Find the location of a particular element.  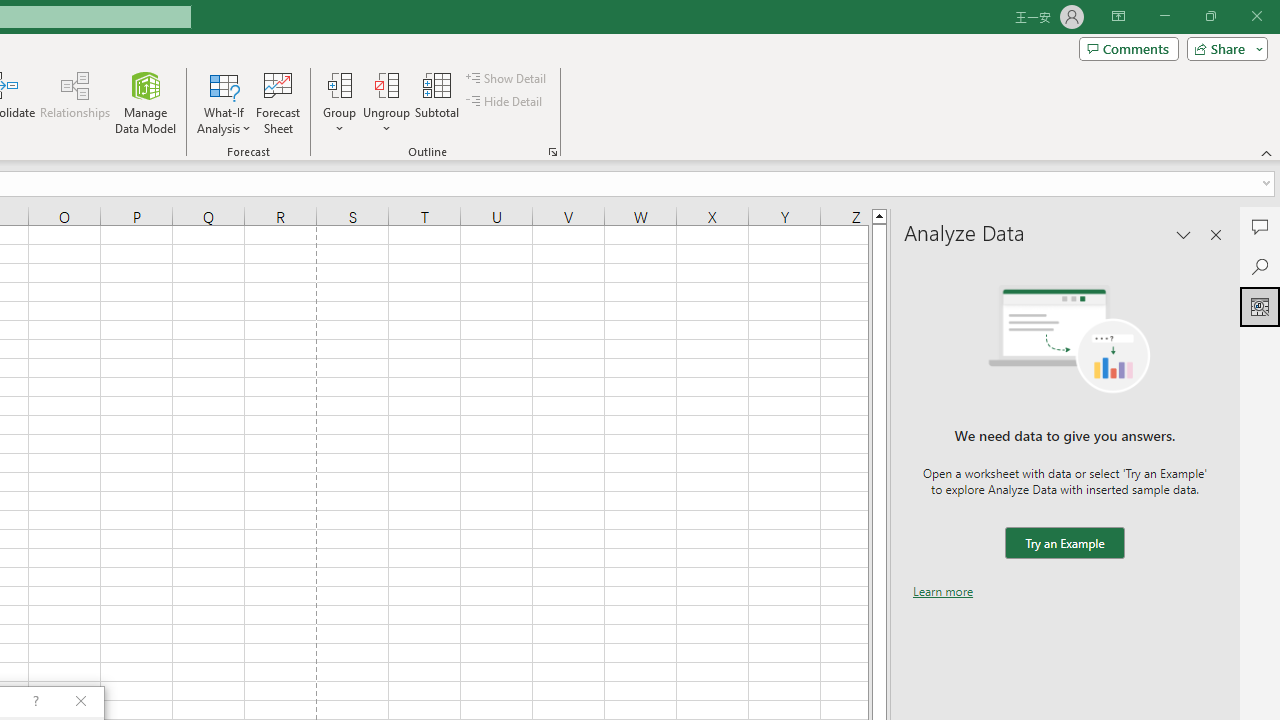

'Relationships' is located at coordinates (75, 103).